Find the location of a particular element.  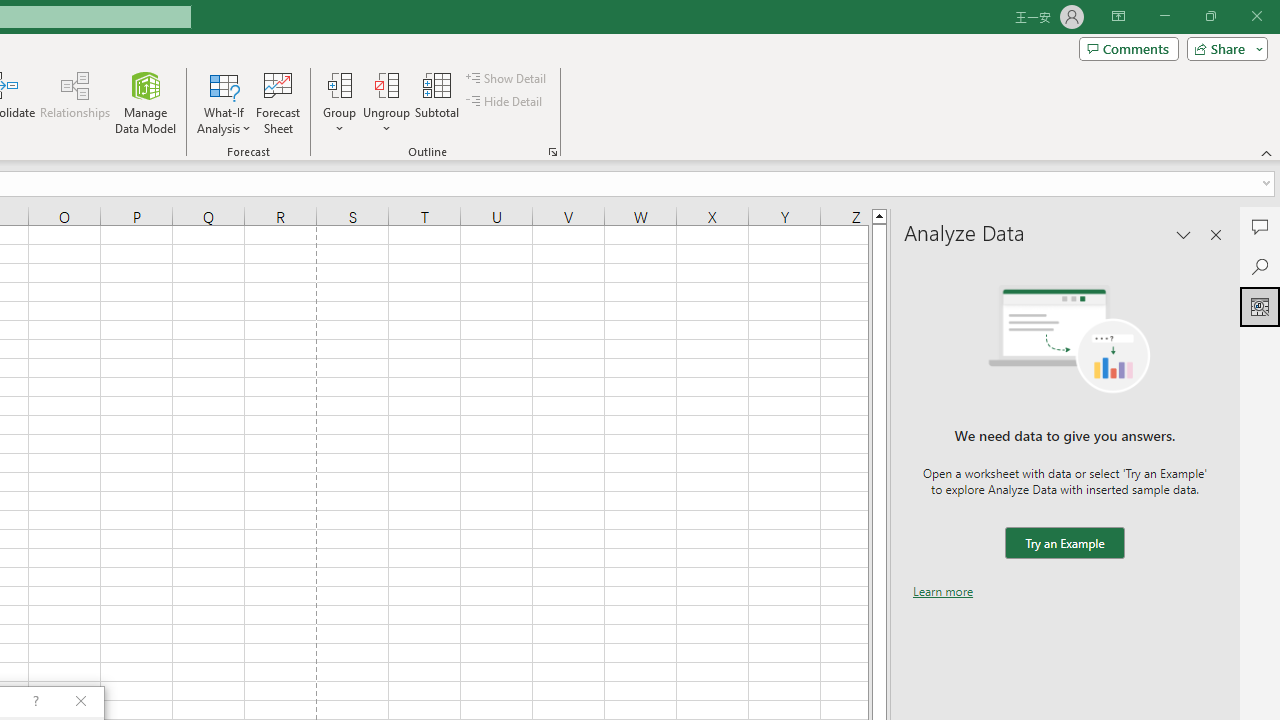

'Relationships' is located at coordinates (75, 103).